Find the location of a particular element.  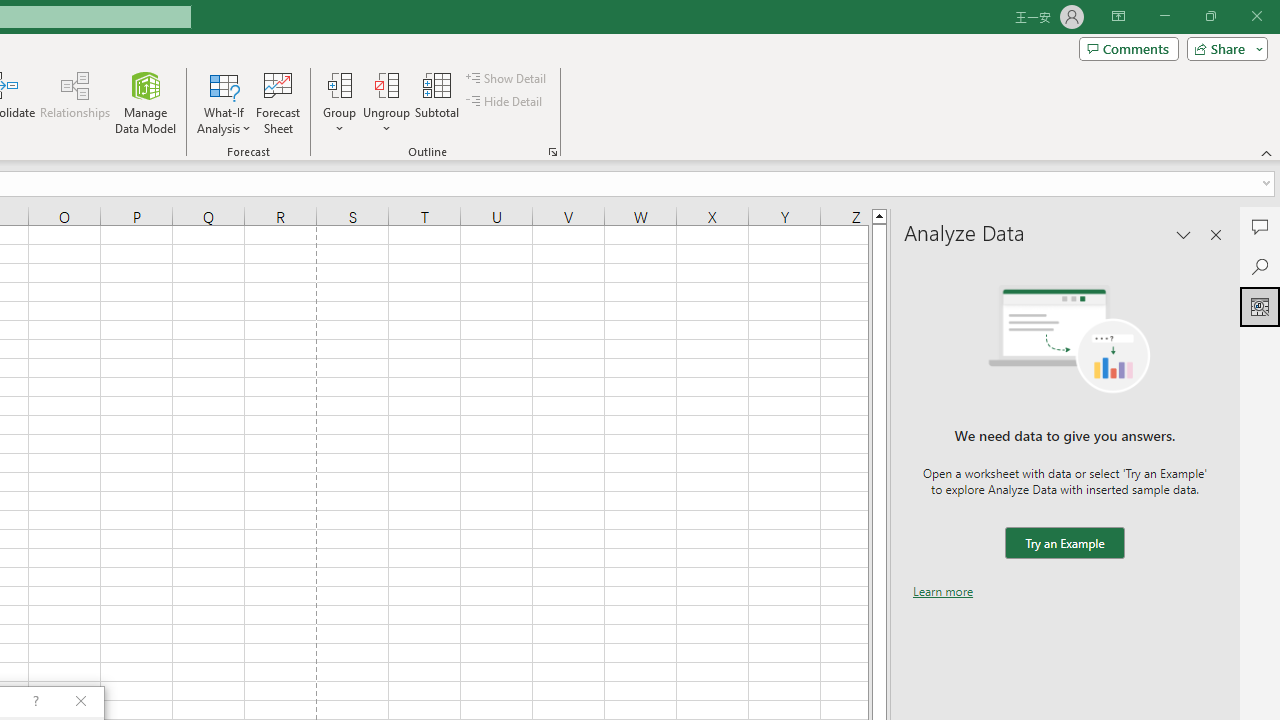

'Relationships' is located at coordinates (75, 103).